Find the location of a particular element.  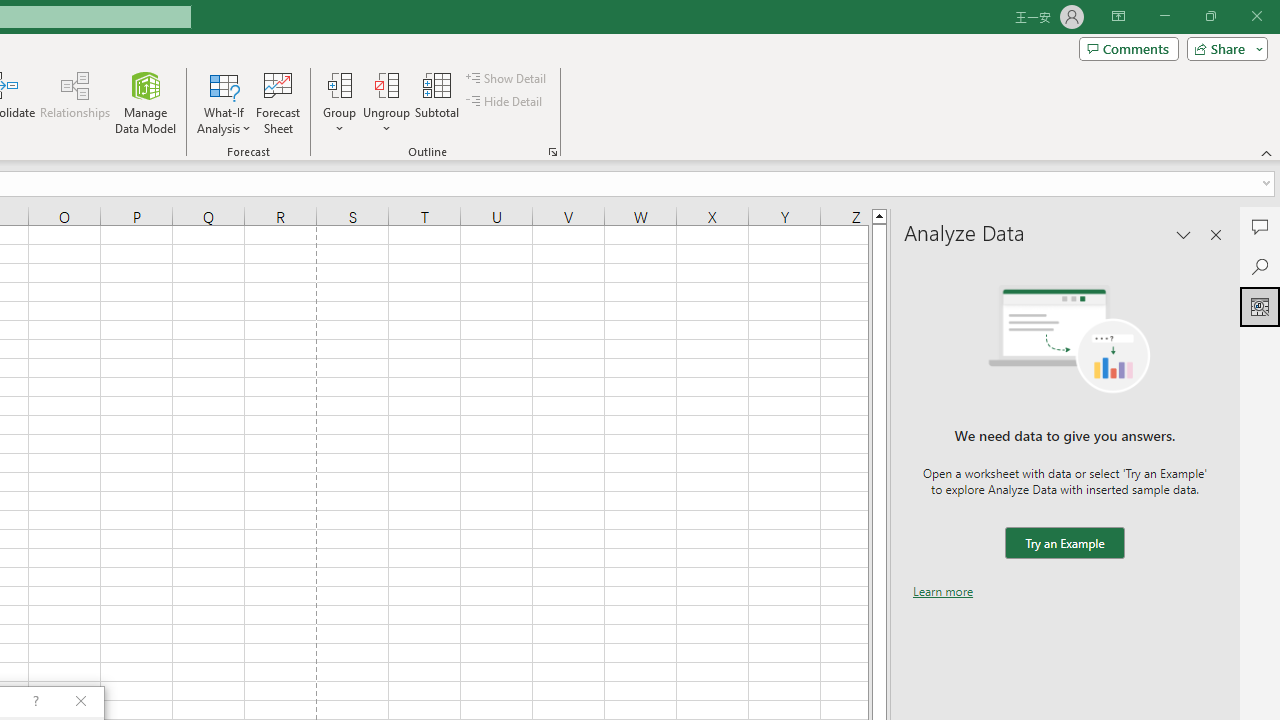

'Relationships' is located at coordinates (75, 103).